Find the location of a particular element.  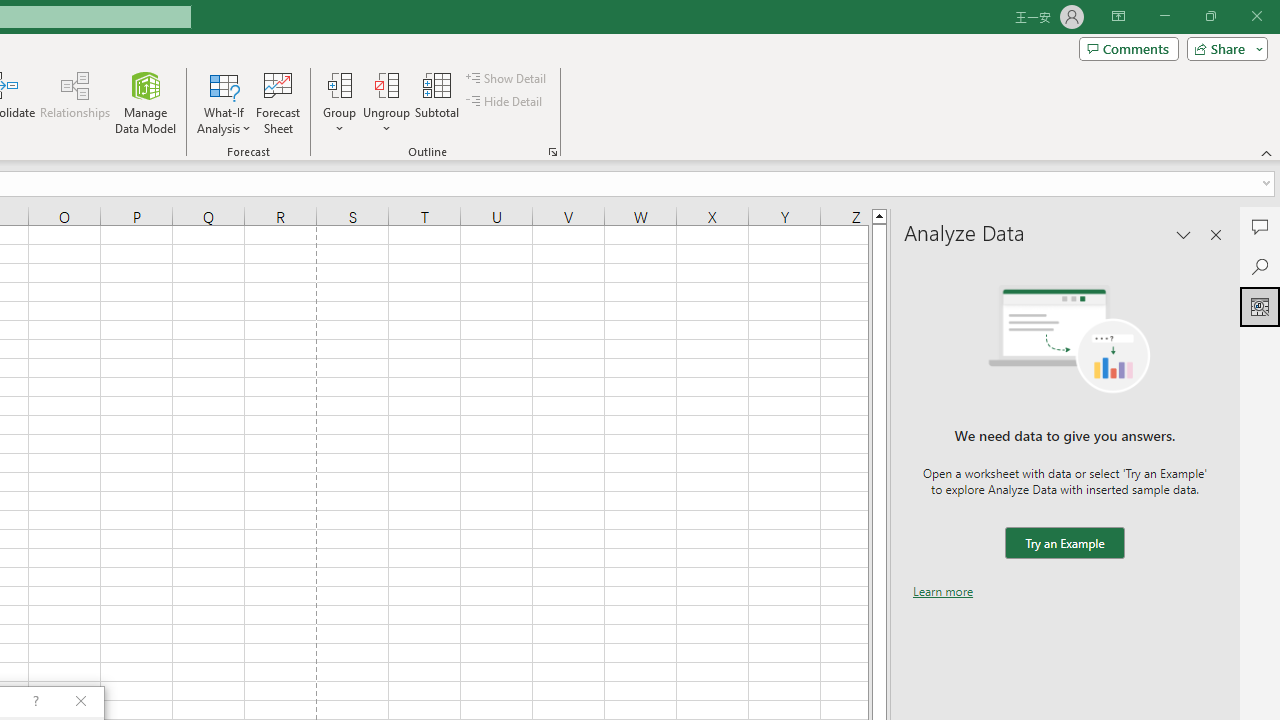

'Relationships' is located at coordinates (75, 103).